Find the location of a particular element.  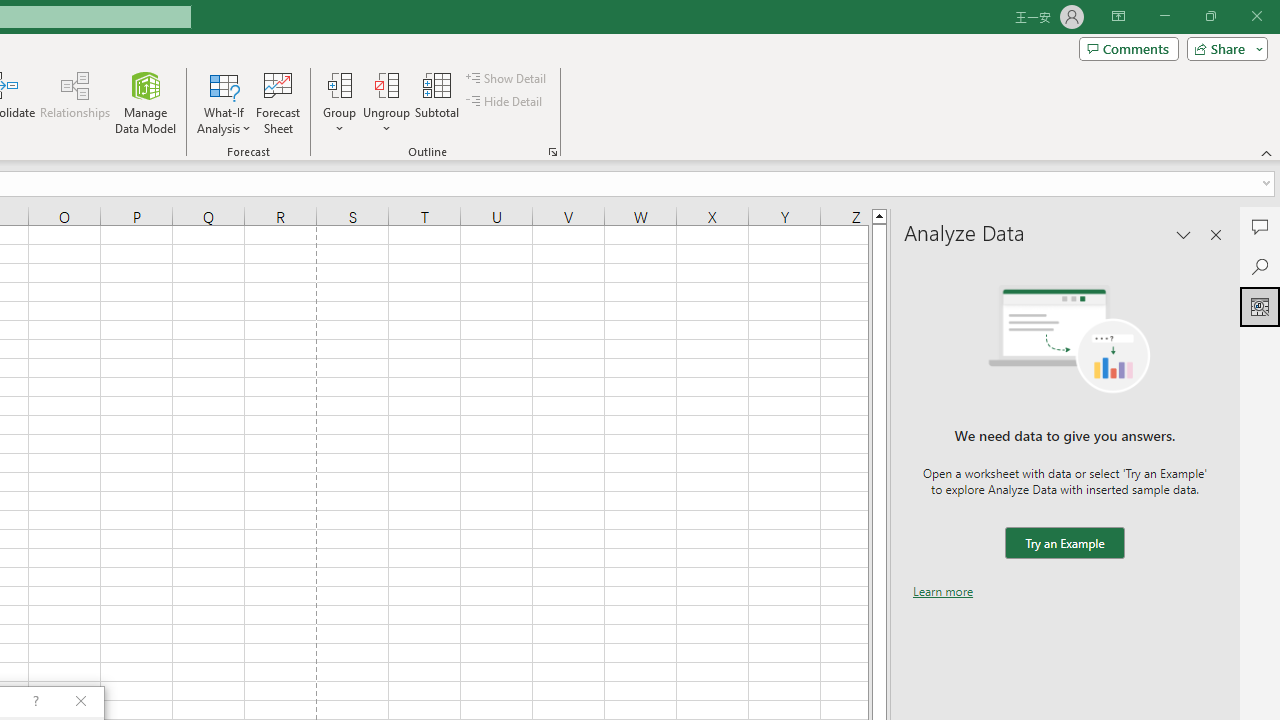

'Relationships' is located at coordinates (75, 103).